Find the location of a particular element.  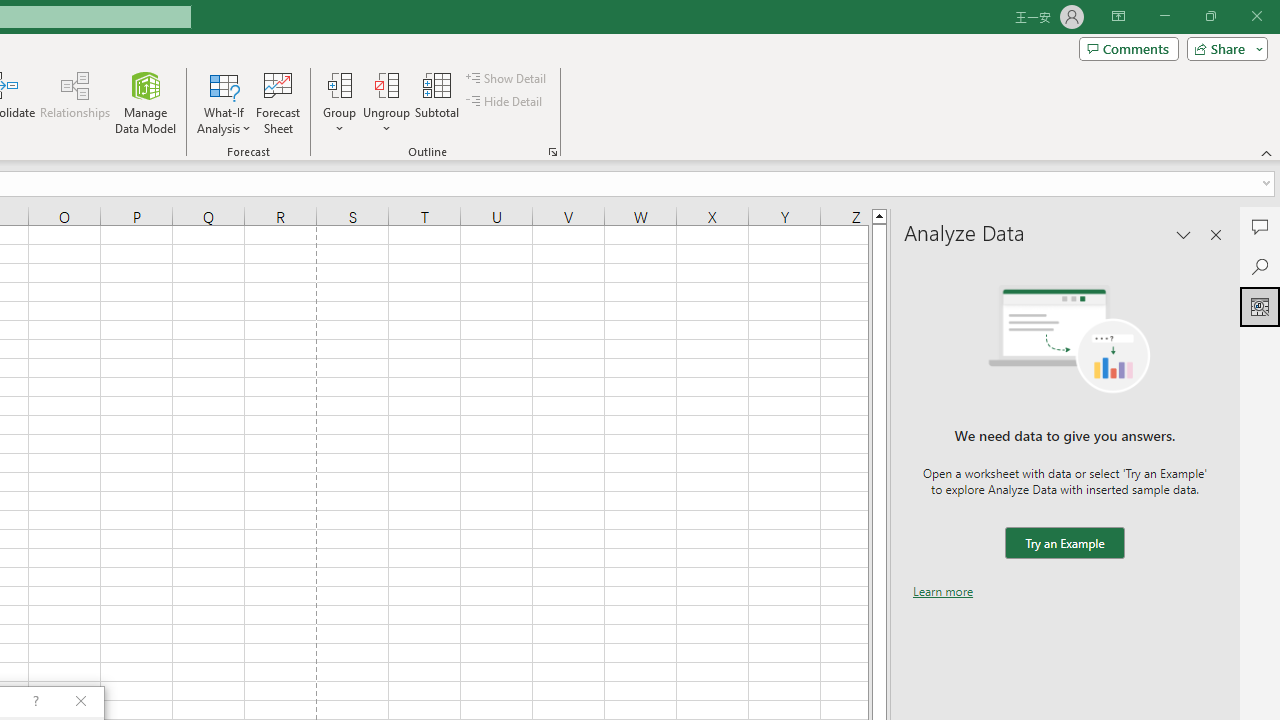

'Relationships' is located at coordinates (75, 103).